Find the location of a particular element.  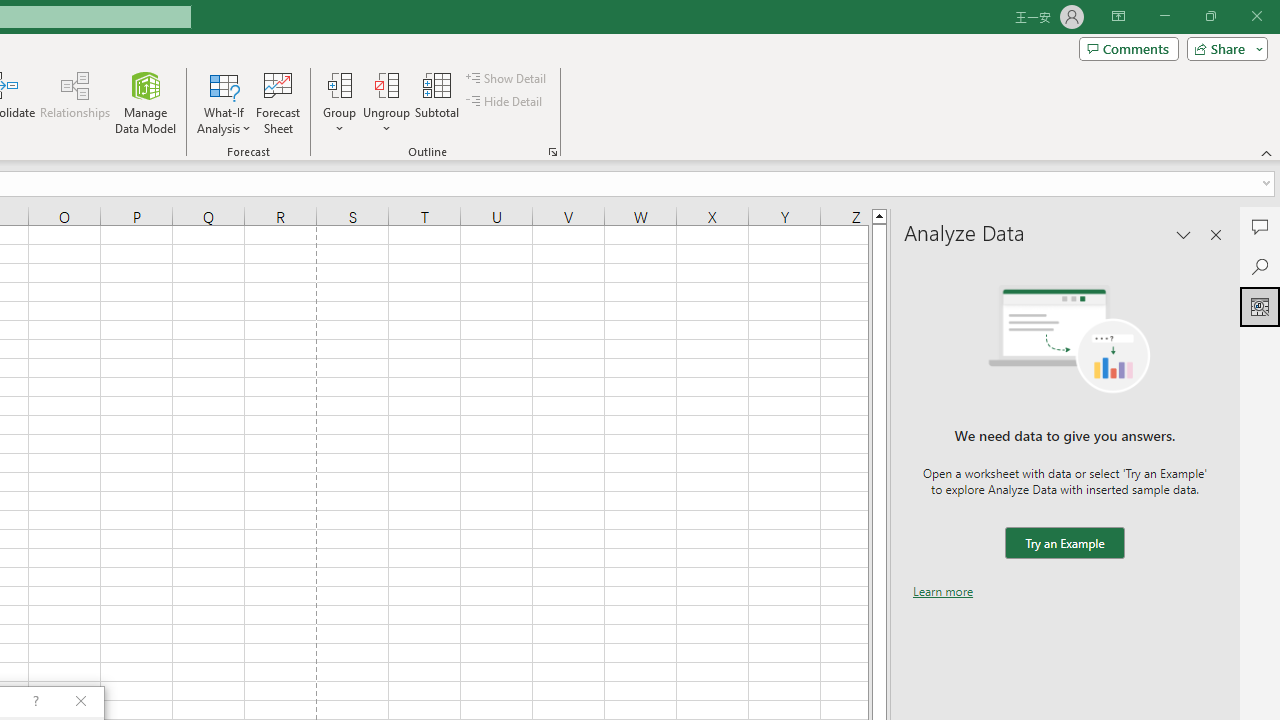

'Relationships' is located at coordinates (75, 103).